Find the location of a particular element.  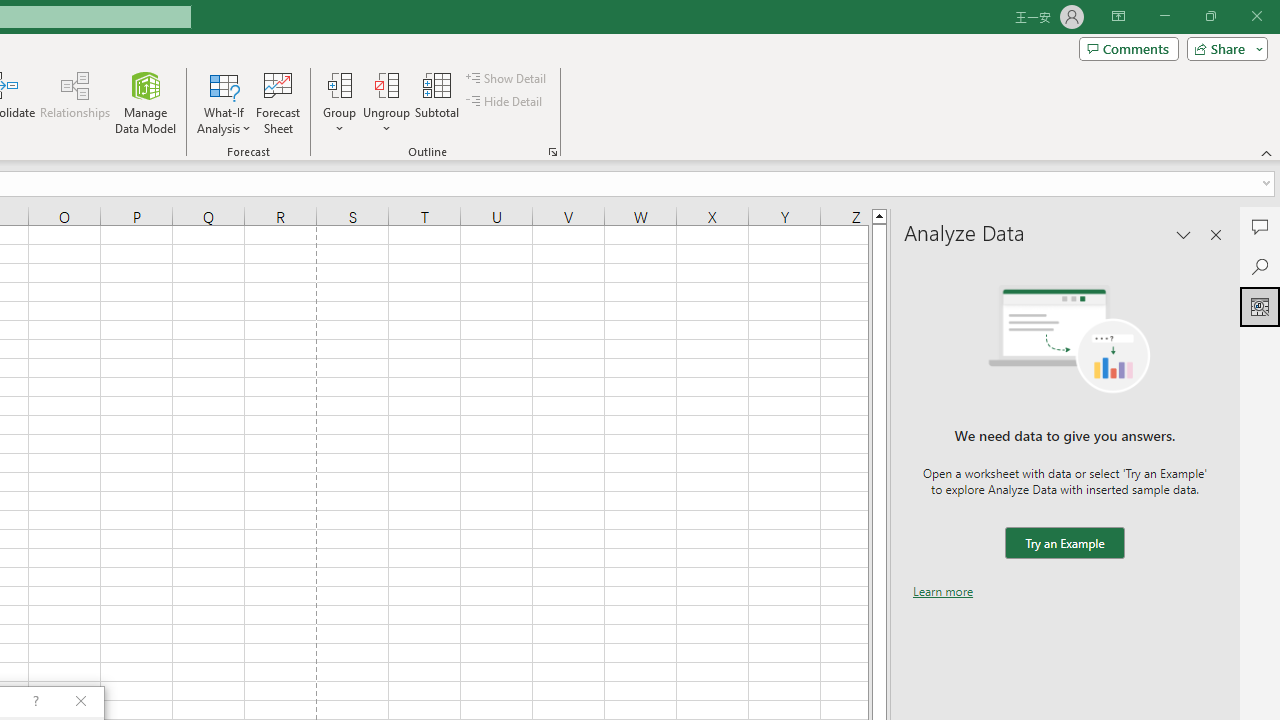

'Relationships' is located at coordinates (75, 103).